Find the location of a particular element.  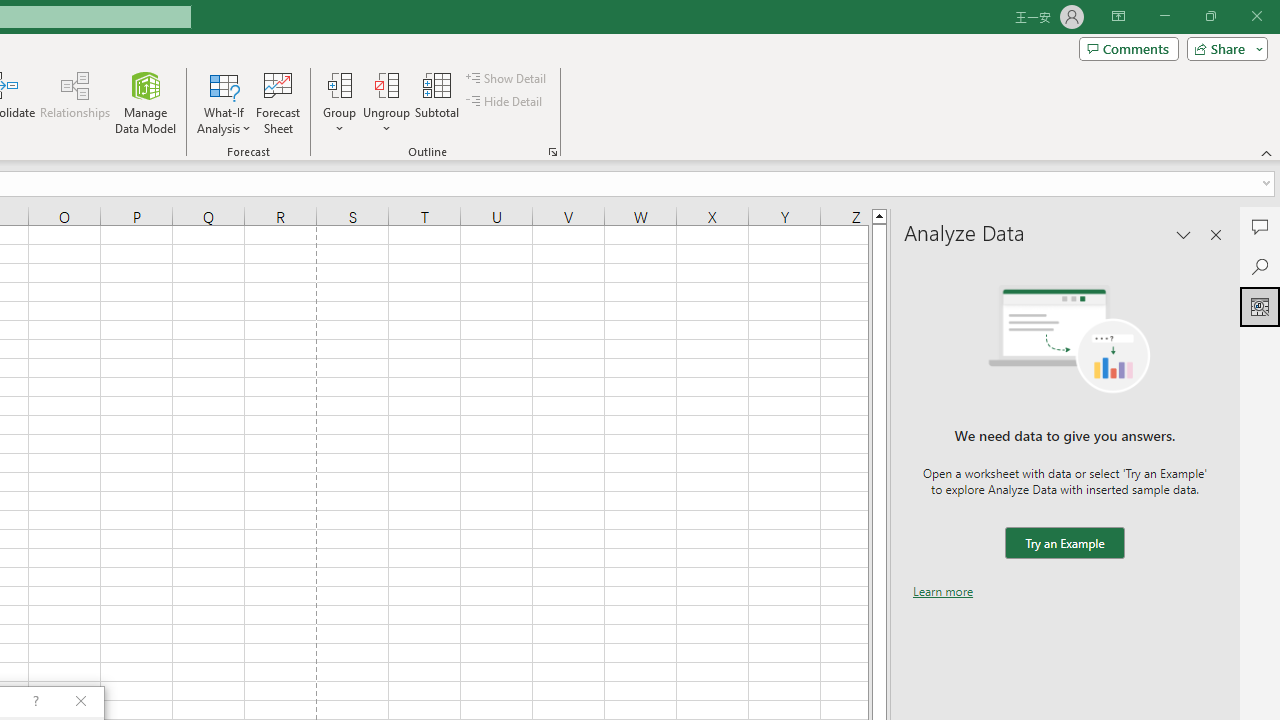

'Relationships' is located at coordinates (75, 103).